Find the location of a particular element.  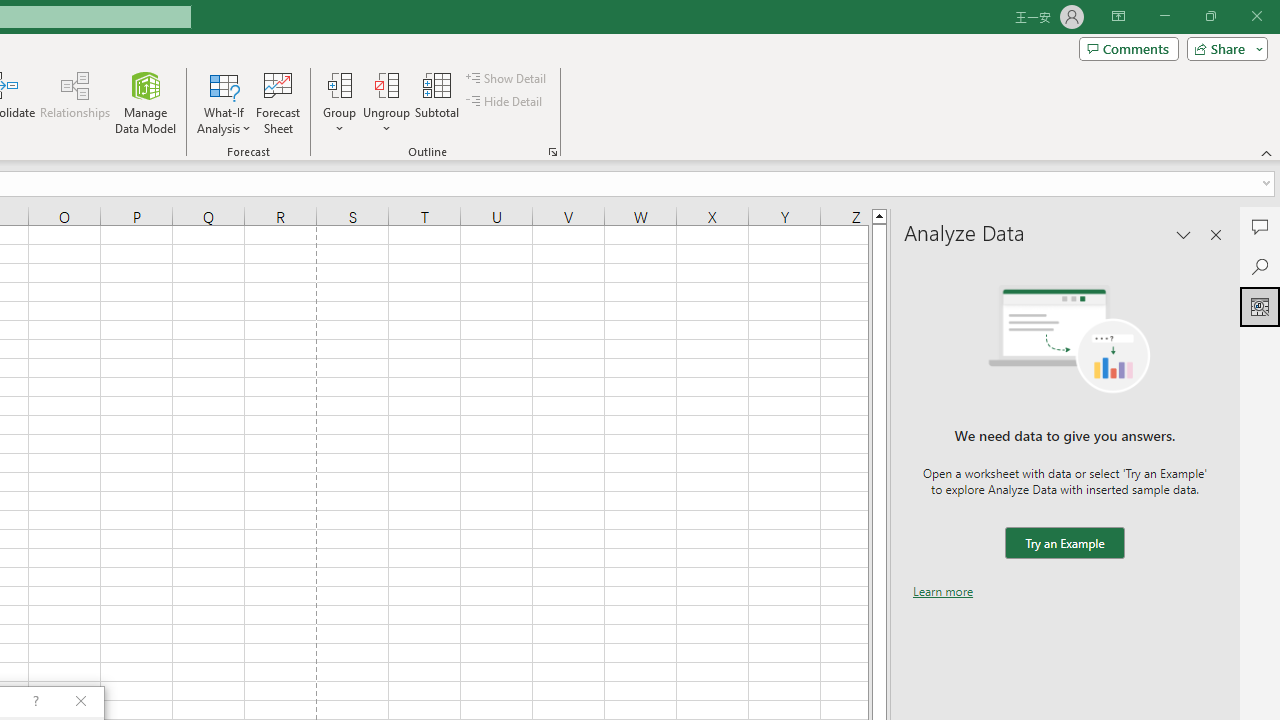

'Relationships' is located at coordinates (75, 103).